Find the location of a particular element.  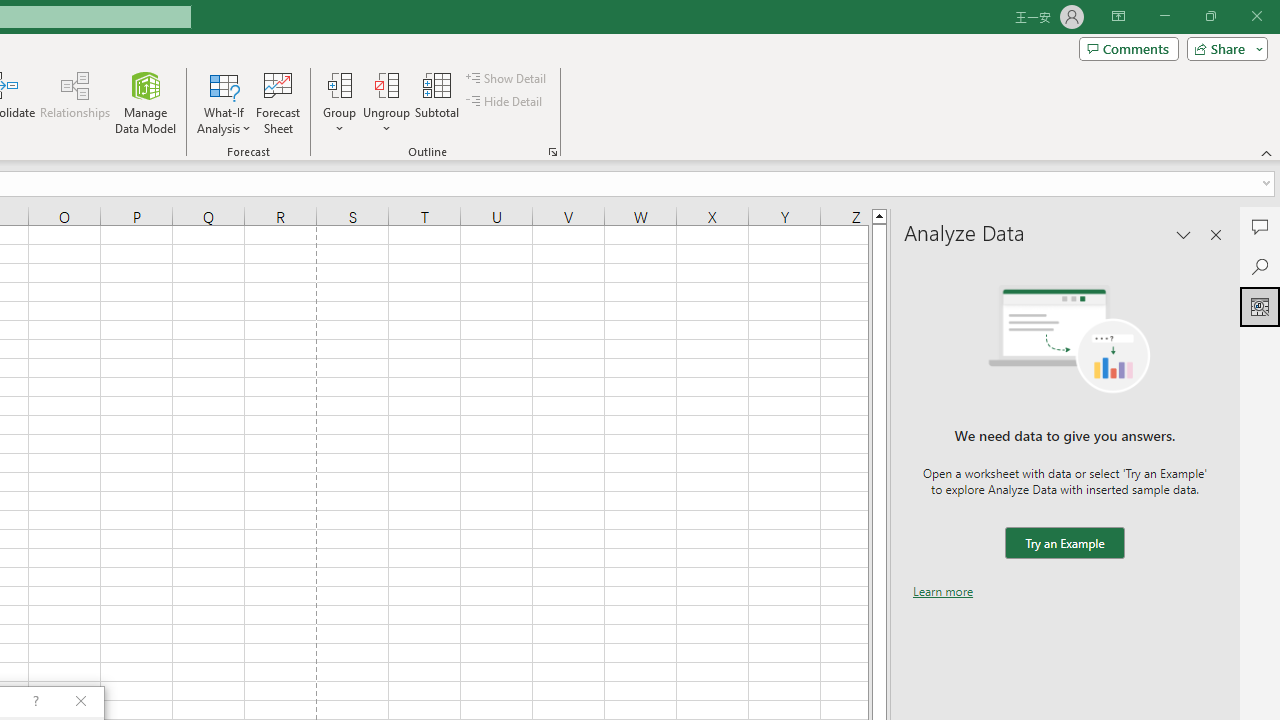

'Relationships' is located at coordinates (75, 103).